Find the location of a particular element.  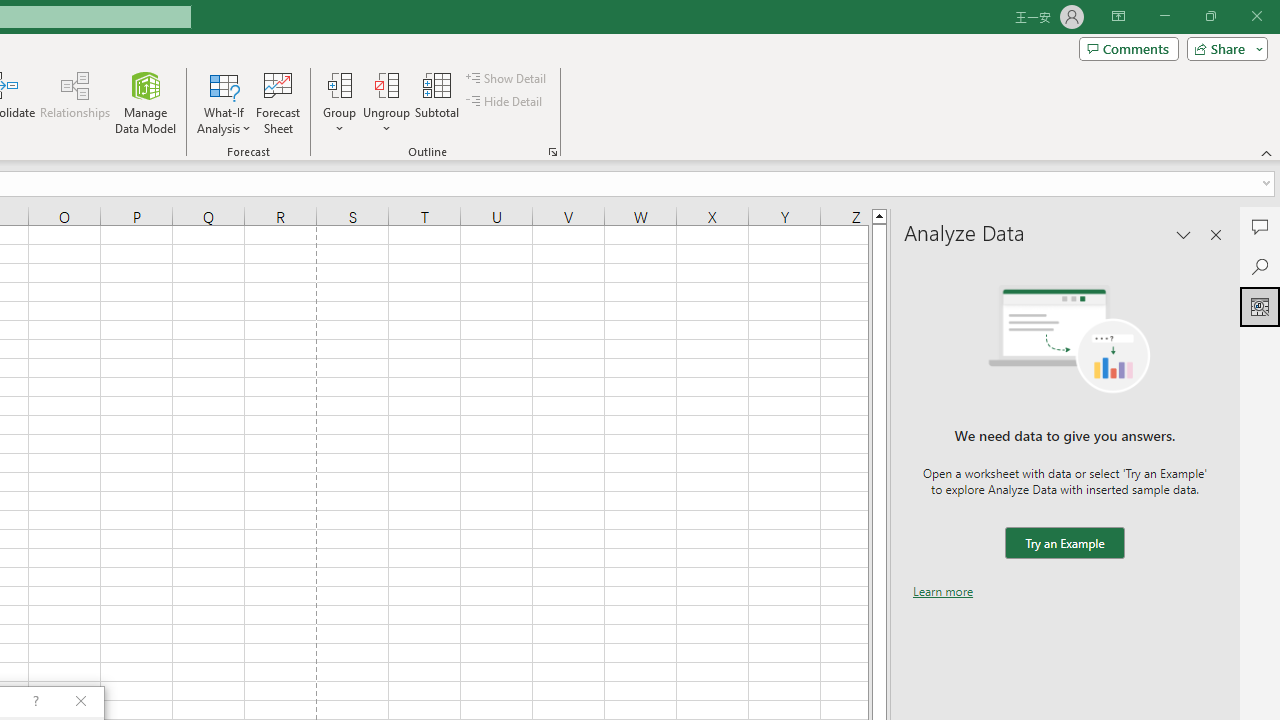

'Relationships' is located at coordinates (75, 103).